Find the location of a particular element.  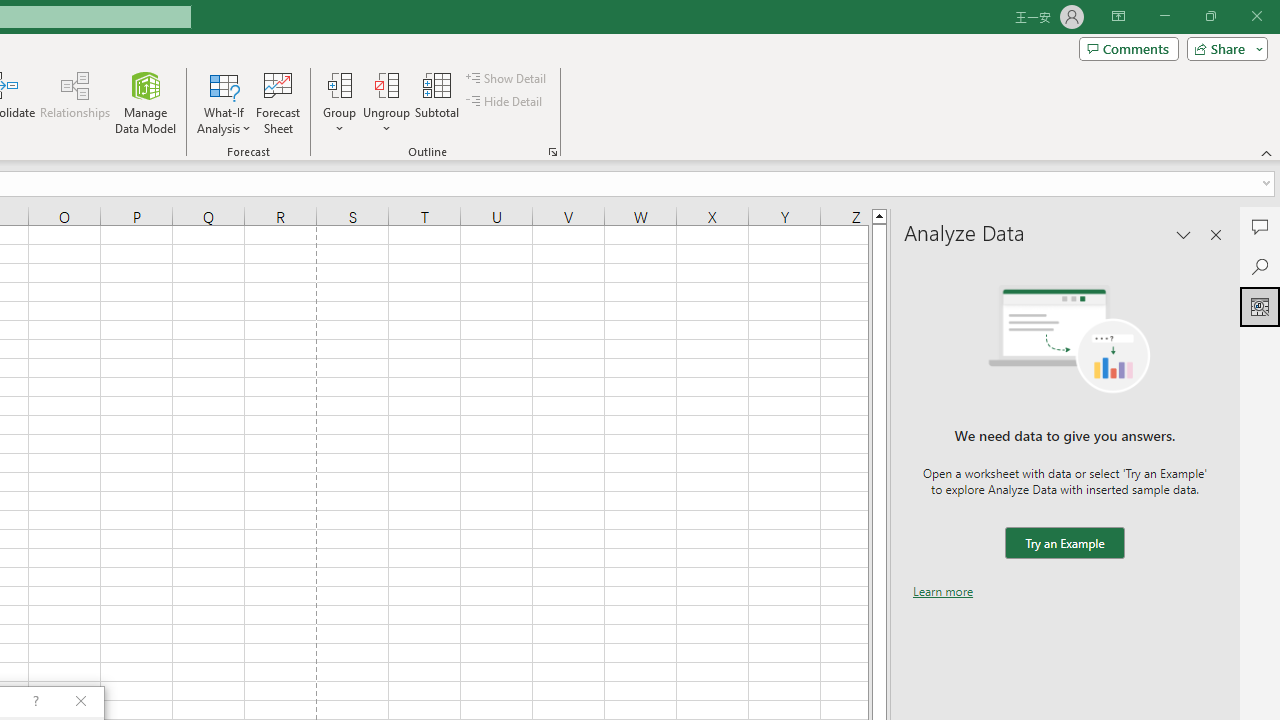

'Relationships' is located at coordinates (75, 103).